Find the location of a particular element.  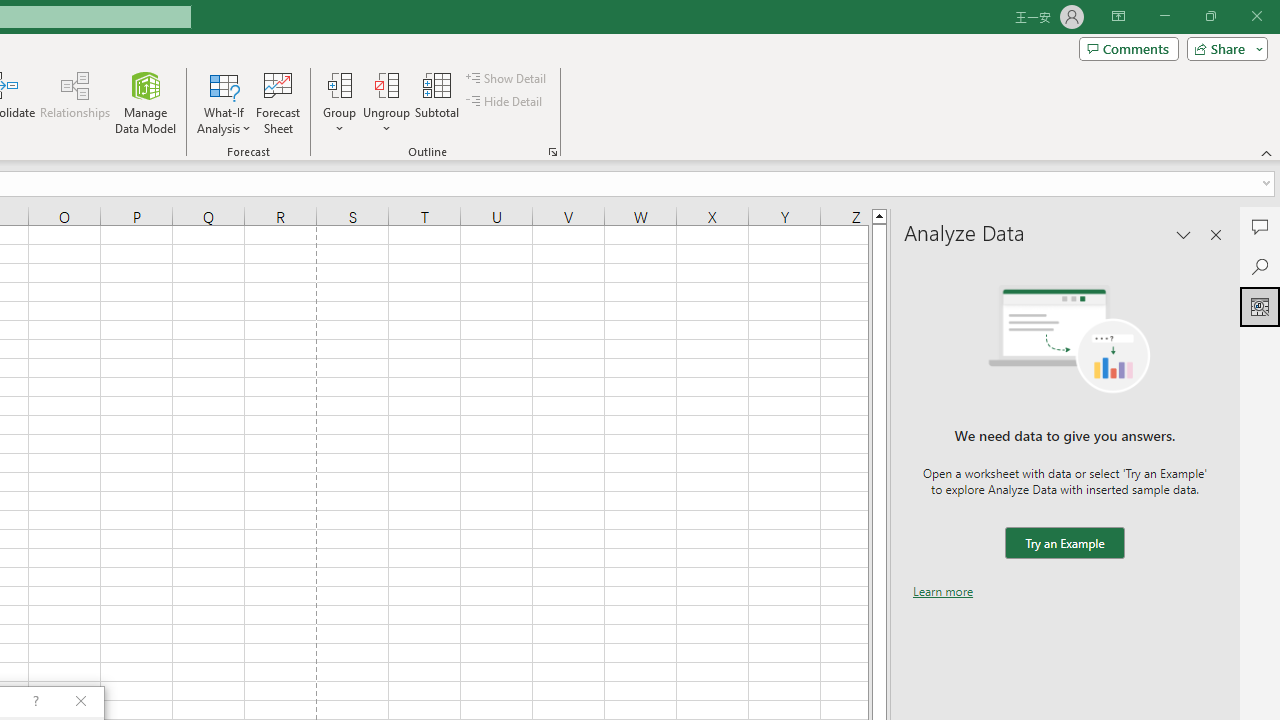

'Relationships' is located at coordinates (75, 103).